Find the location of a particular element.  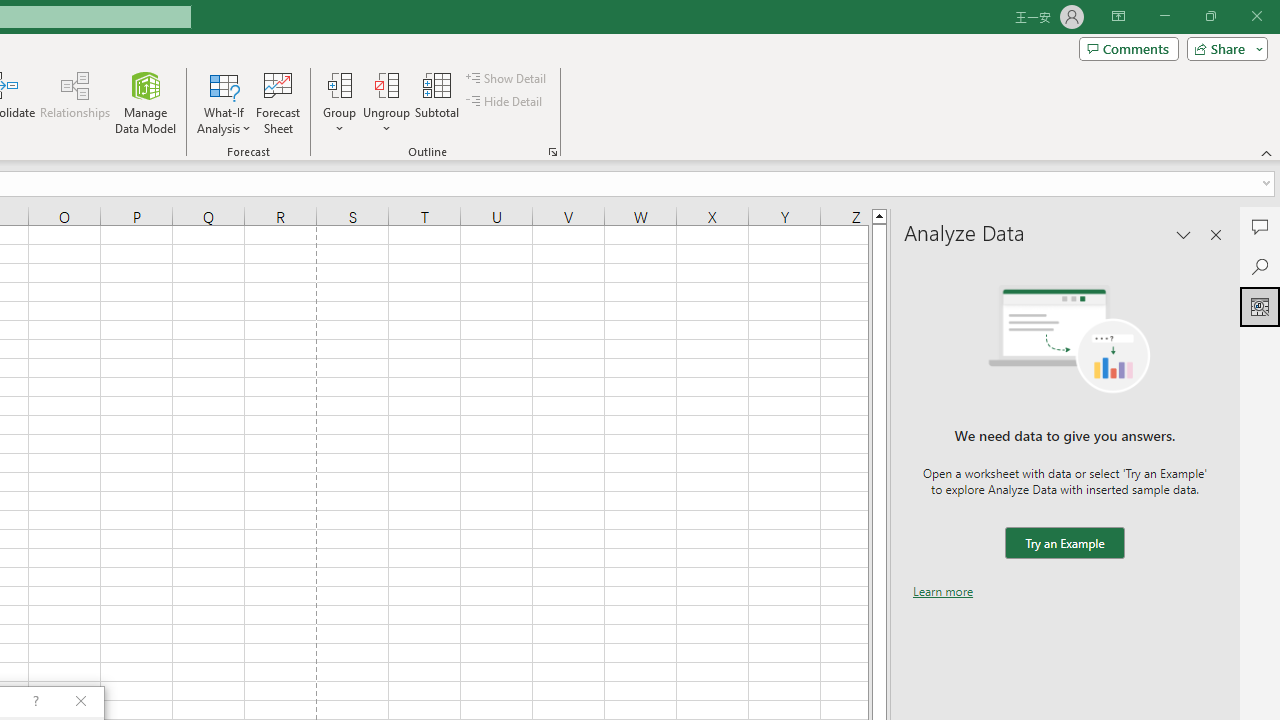

'Relationships' is located at coordinates (75, 103).